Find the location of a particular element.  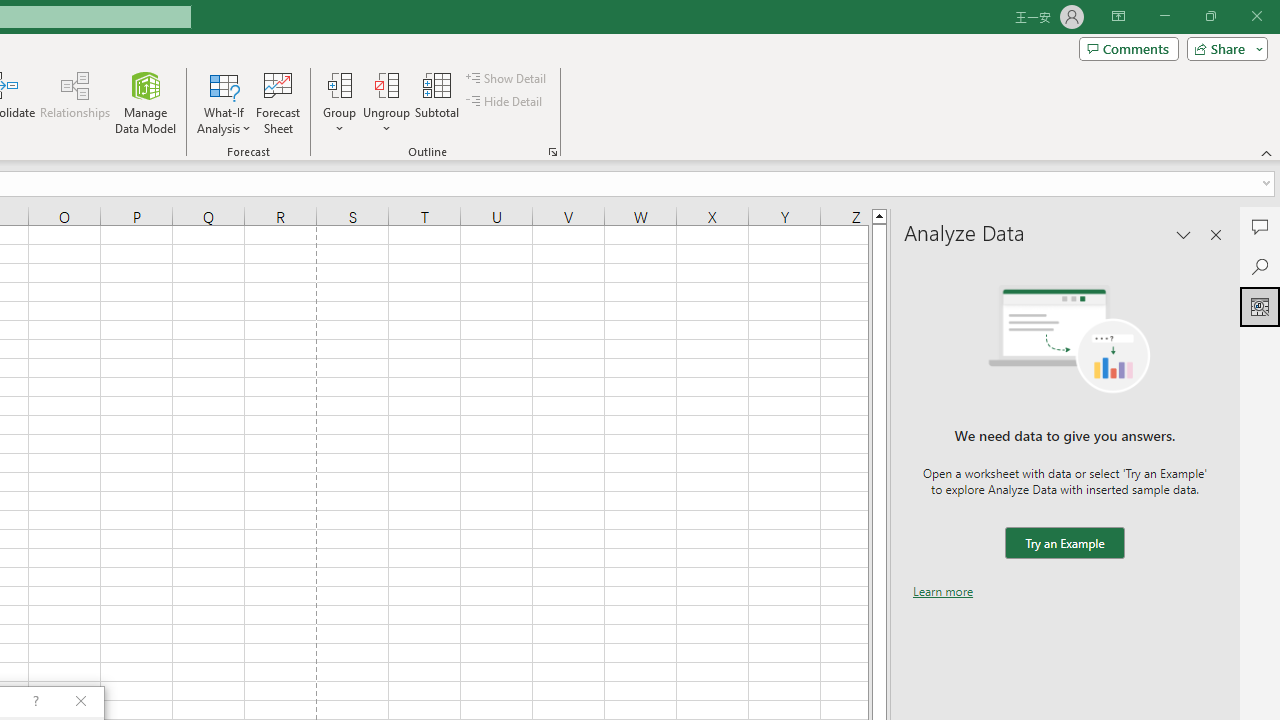

'Relationships' is located at coordinates (75, 103).